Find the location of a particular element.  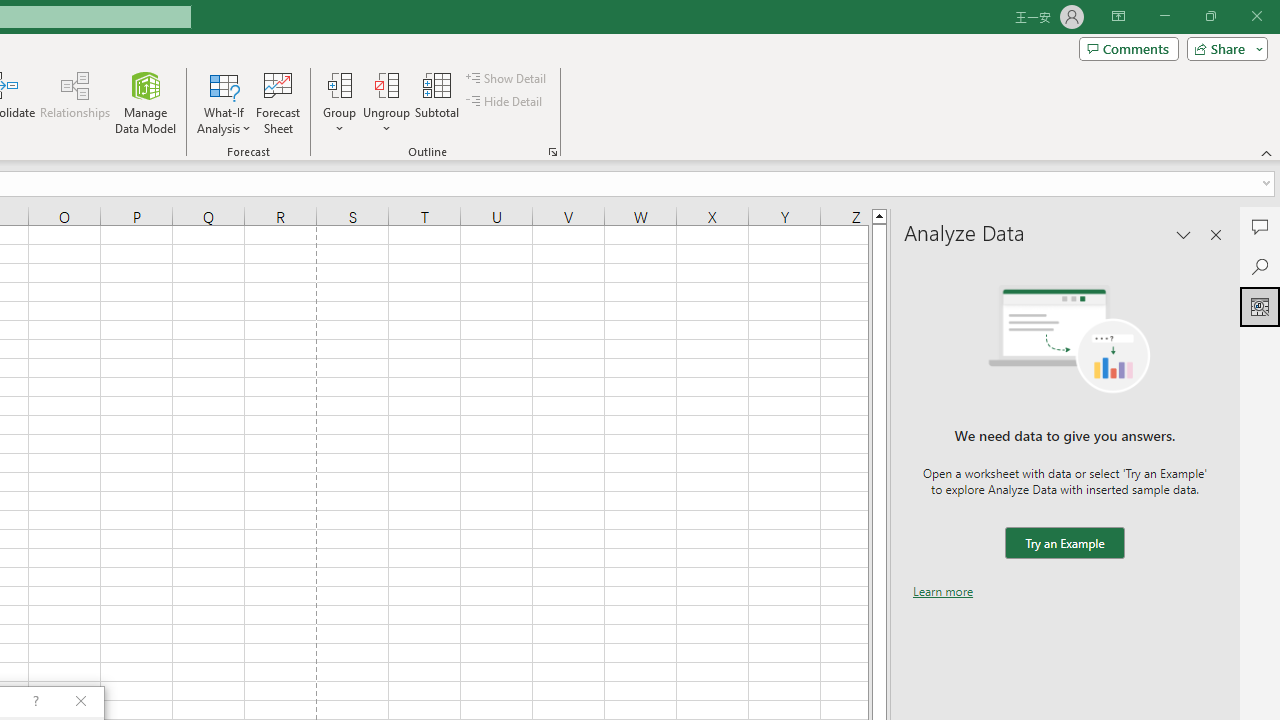

'Relationships' is located at coordinates (75, 103).